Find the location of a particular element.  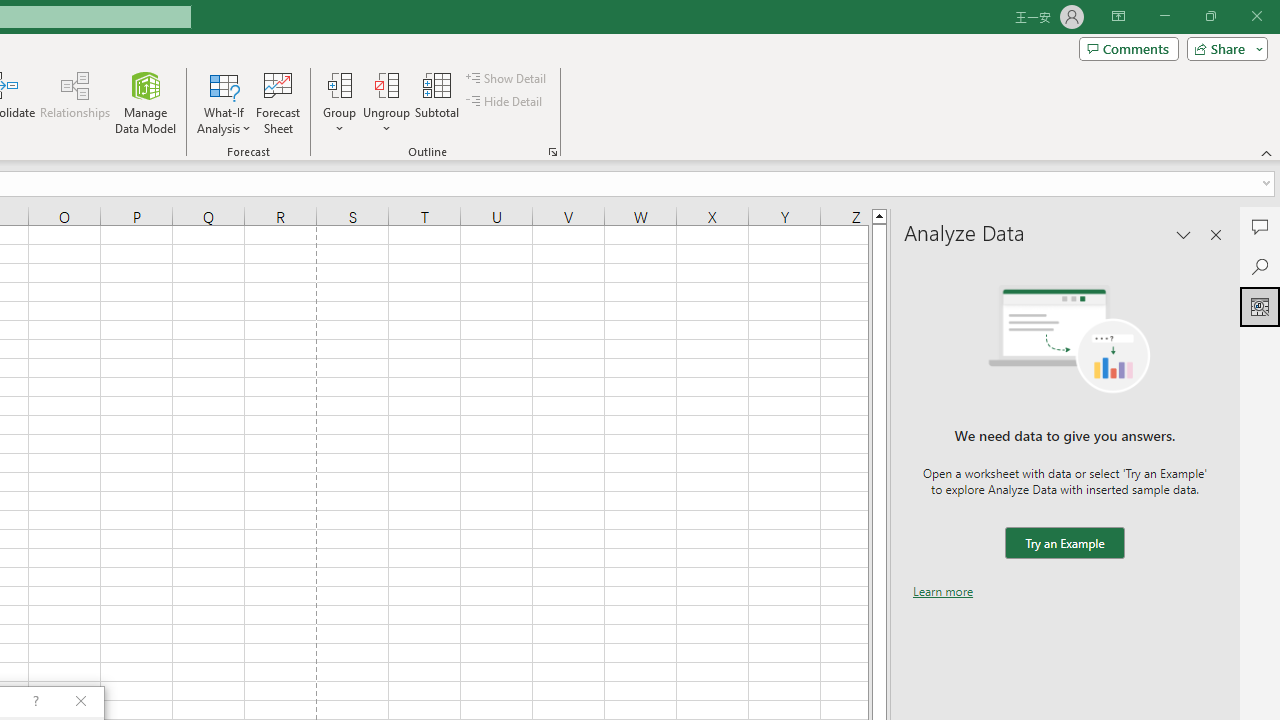

'Relationships' is located at coordinates (75, 103).